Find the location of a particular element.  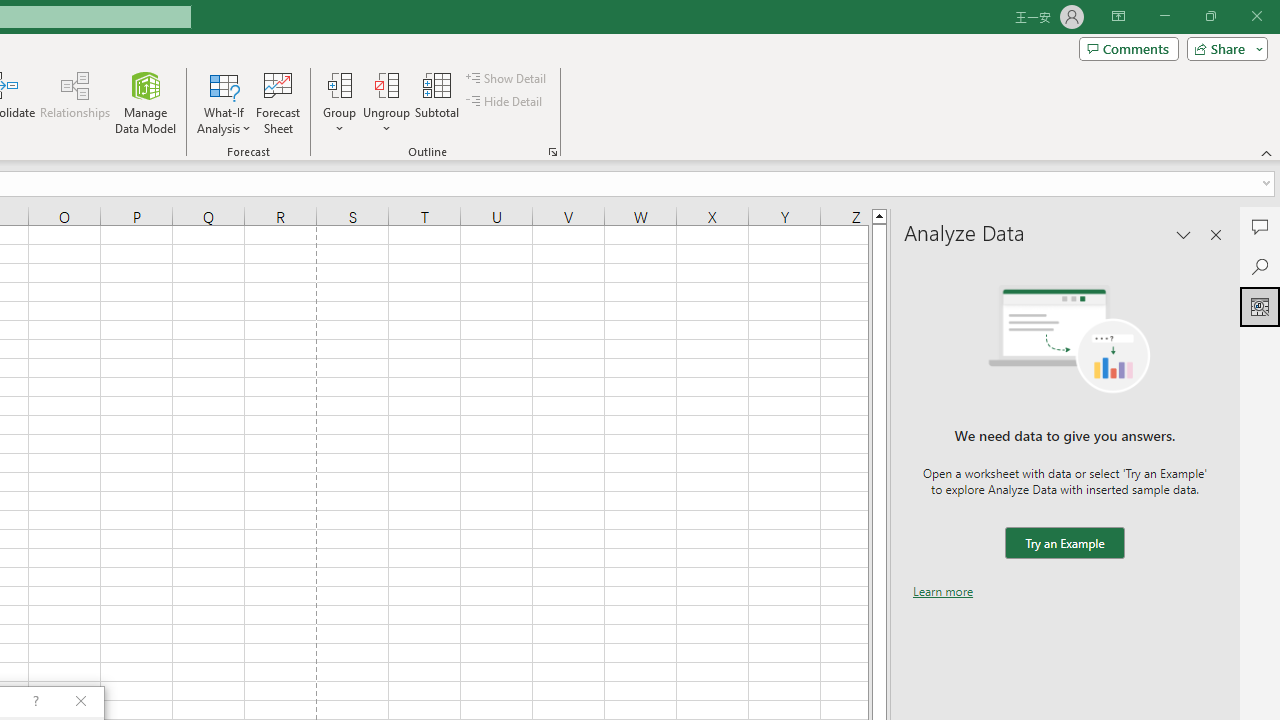

'Relationships' is located at coordinates (75, 103).